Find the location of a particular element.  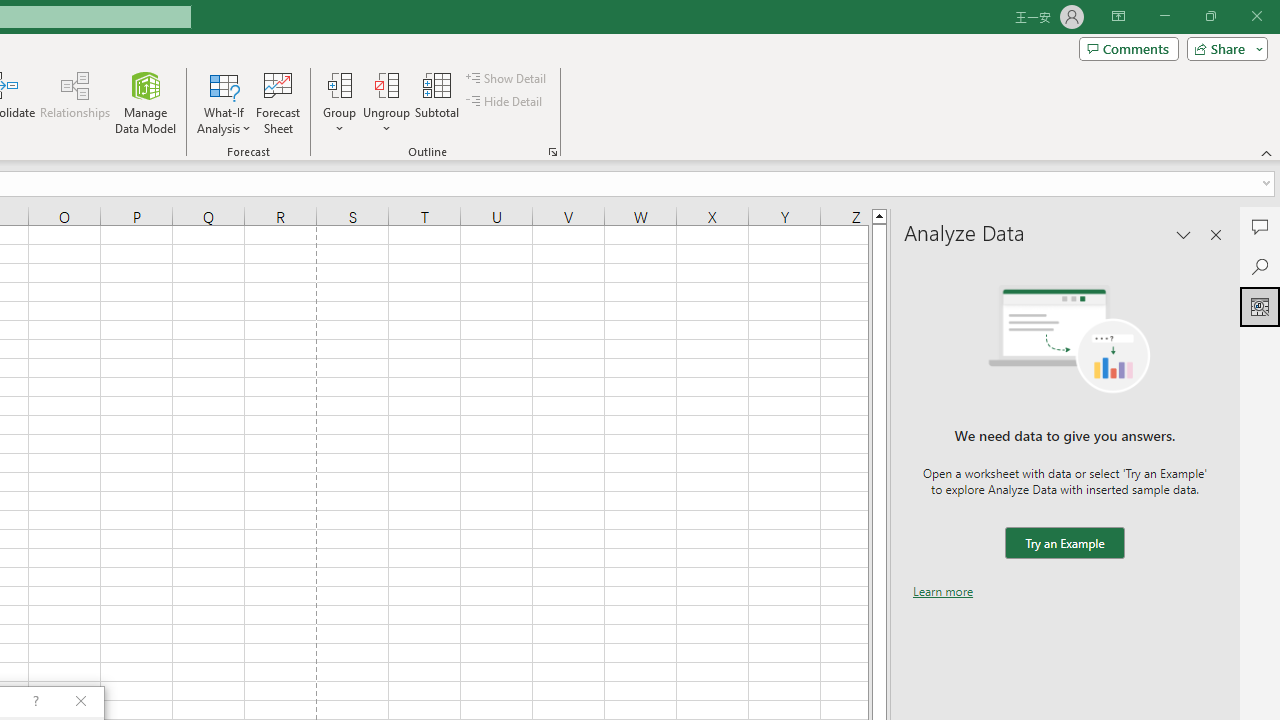

'Relationships' is located at coordinates (75, 103).